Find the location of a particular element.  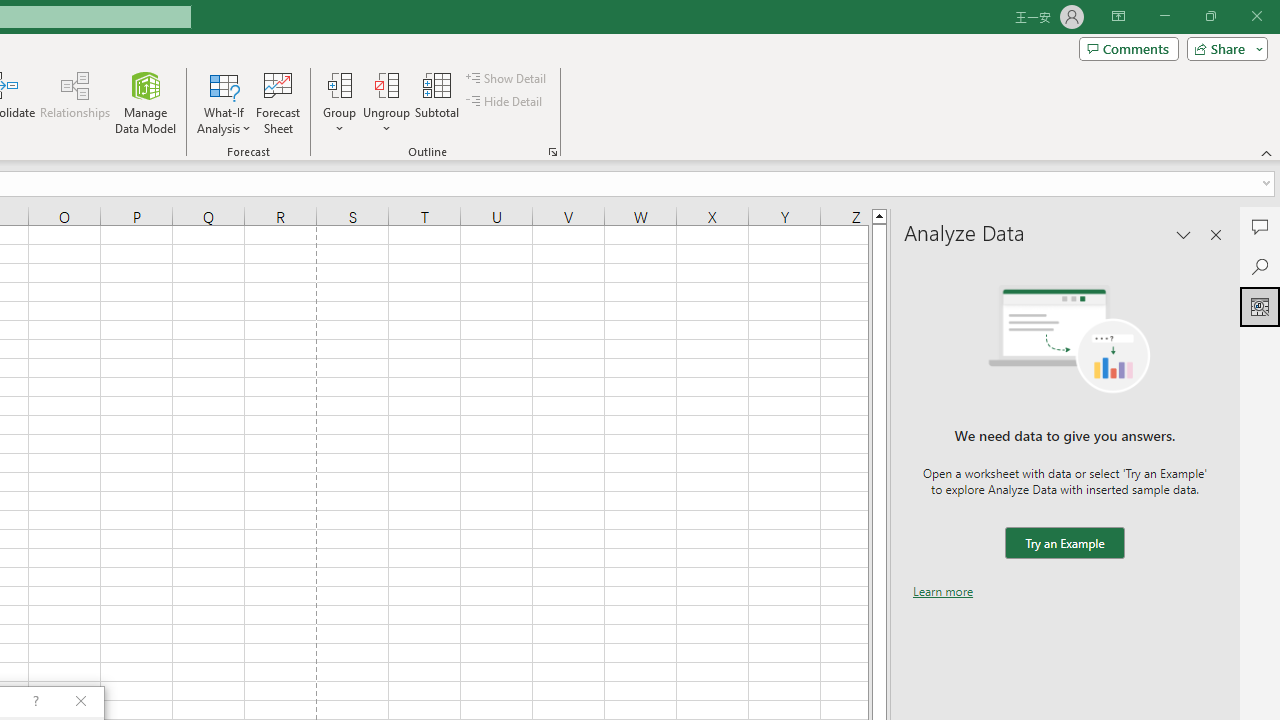

'Relationships' is located at coordinates (75, 103).